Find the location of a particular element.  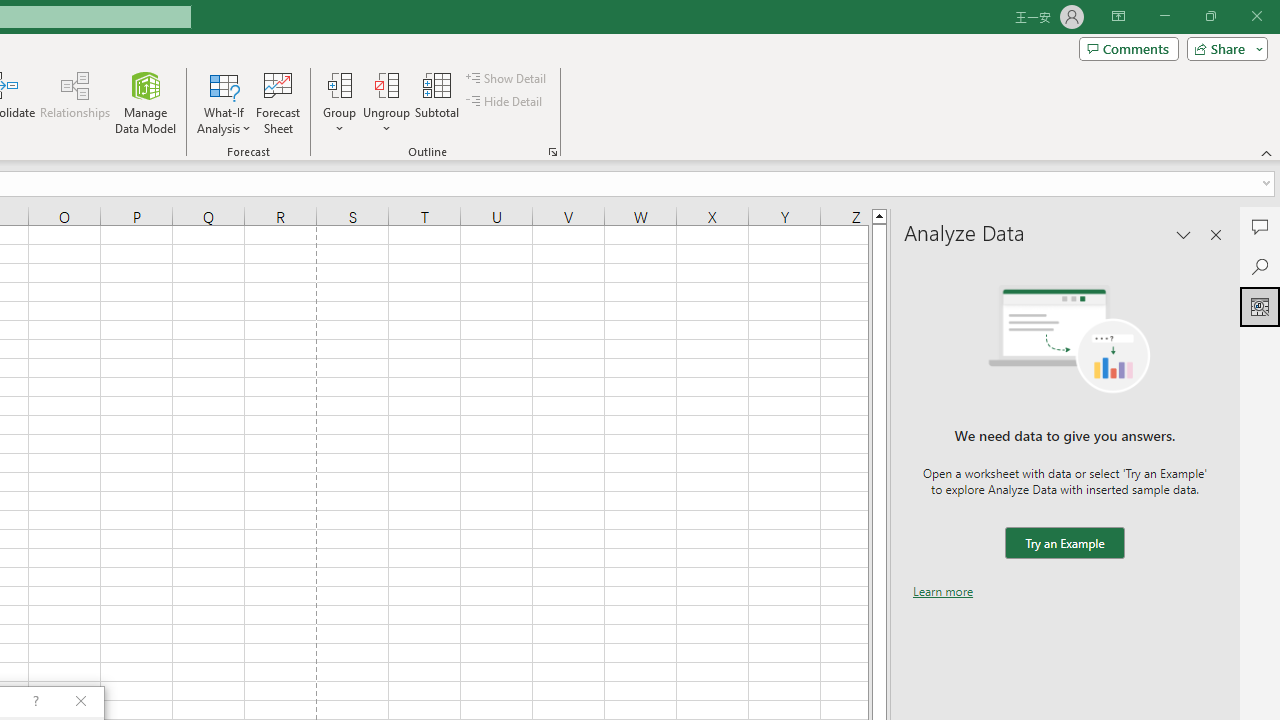

'Relationships' is located at coordinates (75, 103).